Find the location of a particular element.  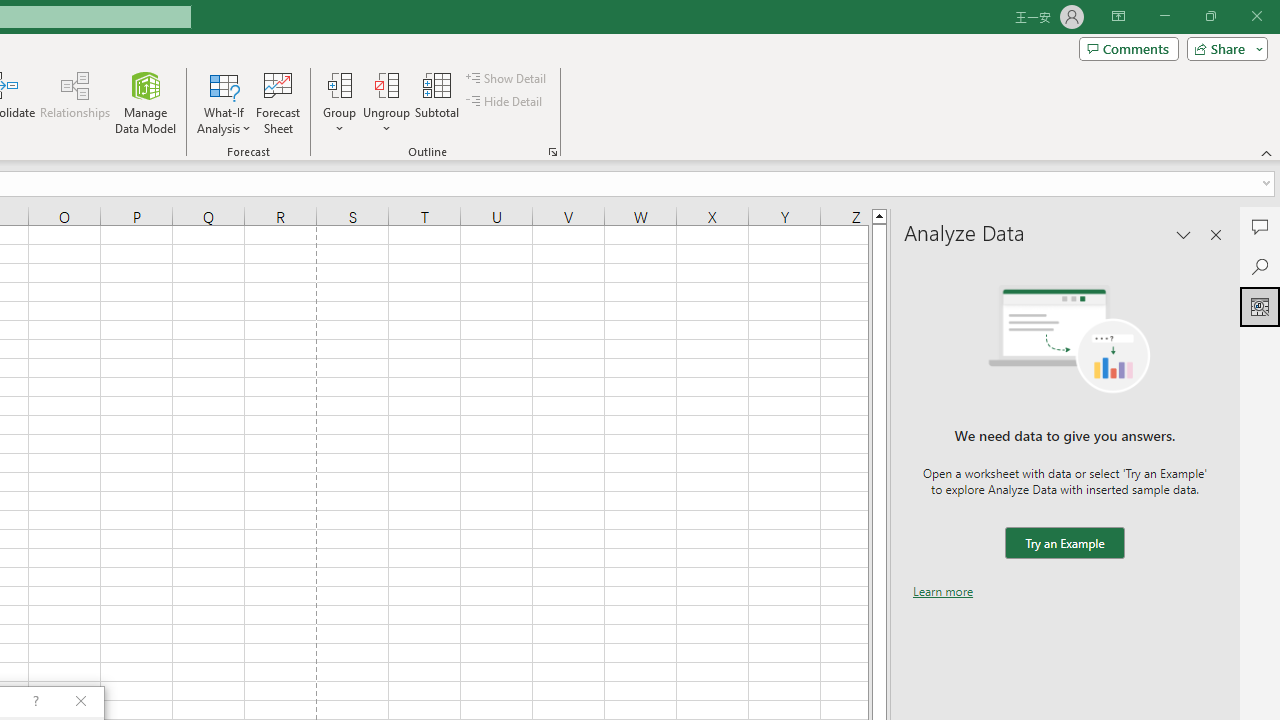

'Relationships' is located at coordinates (75, 103).